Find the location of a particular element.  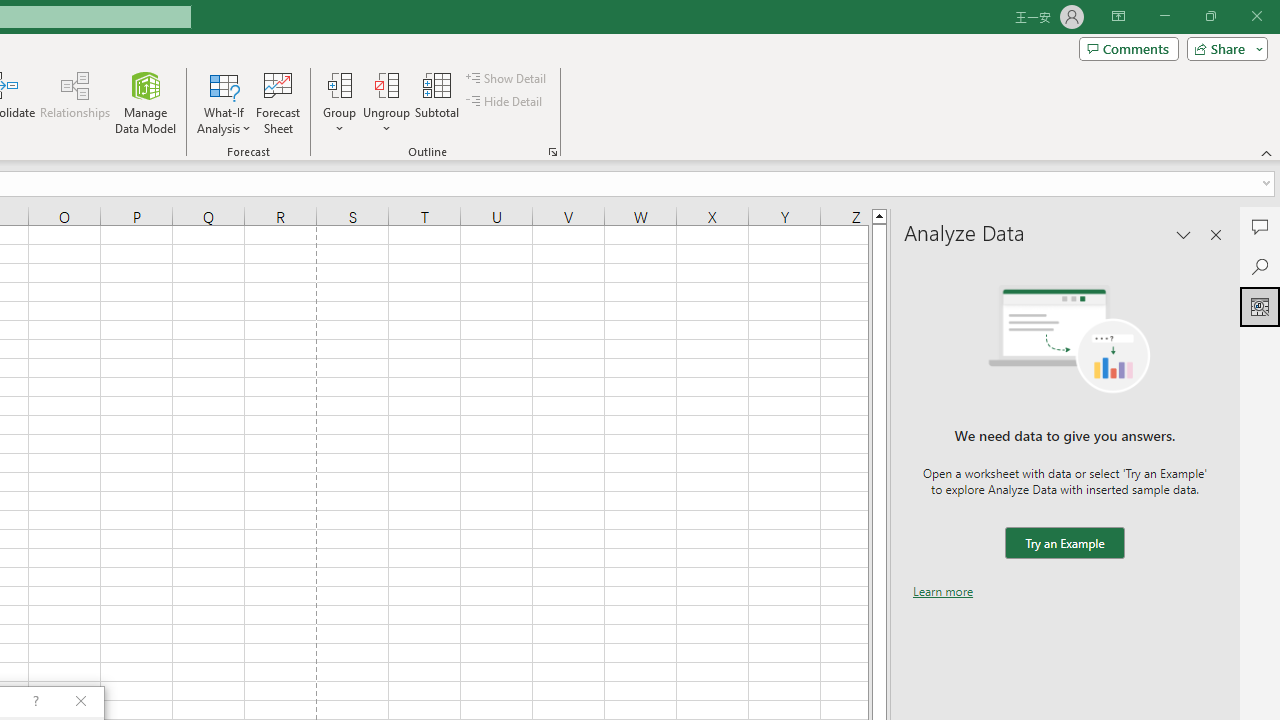

'Relationships' is located at coordinates (75, 103).